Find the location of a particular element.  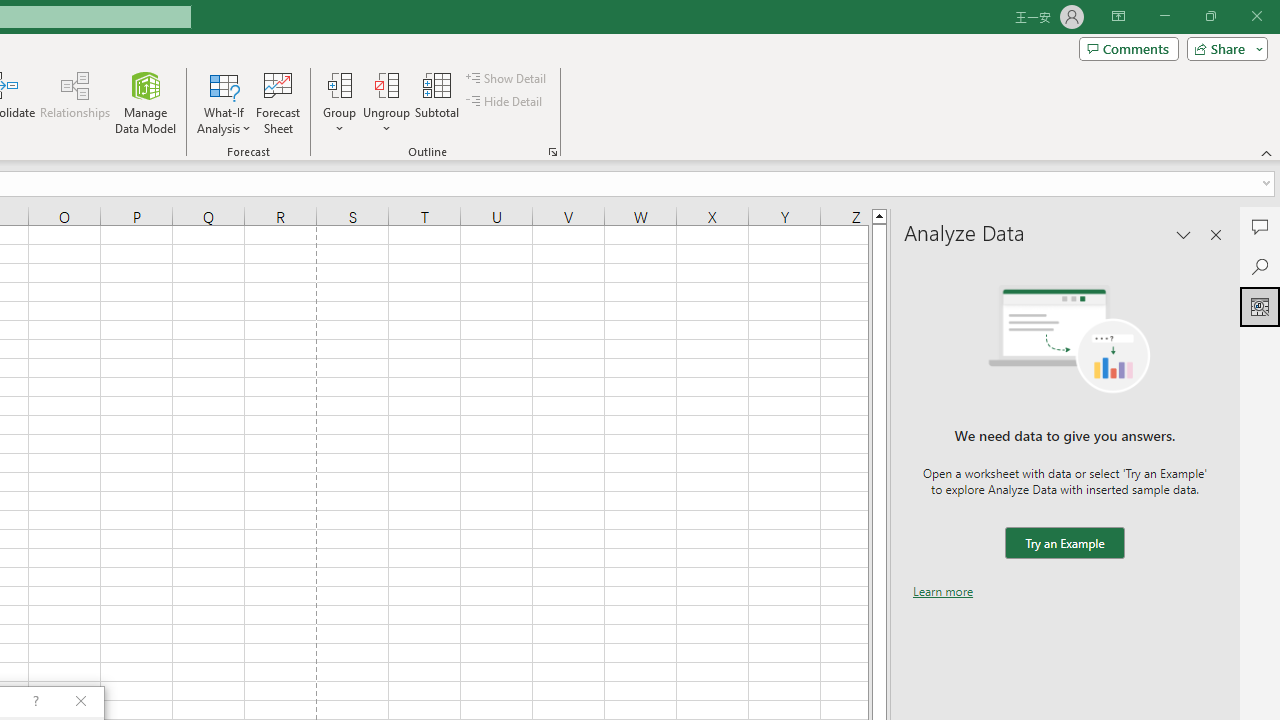

'Relationships' is located at coordinates (75, 103).